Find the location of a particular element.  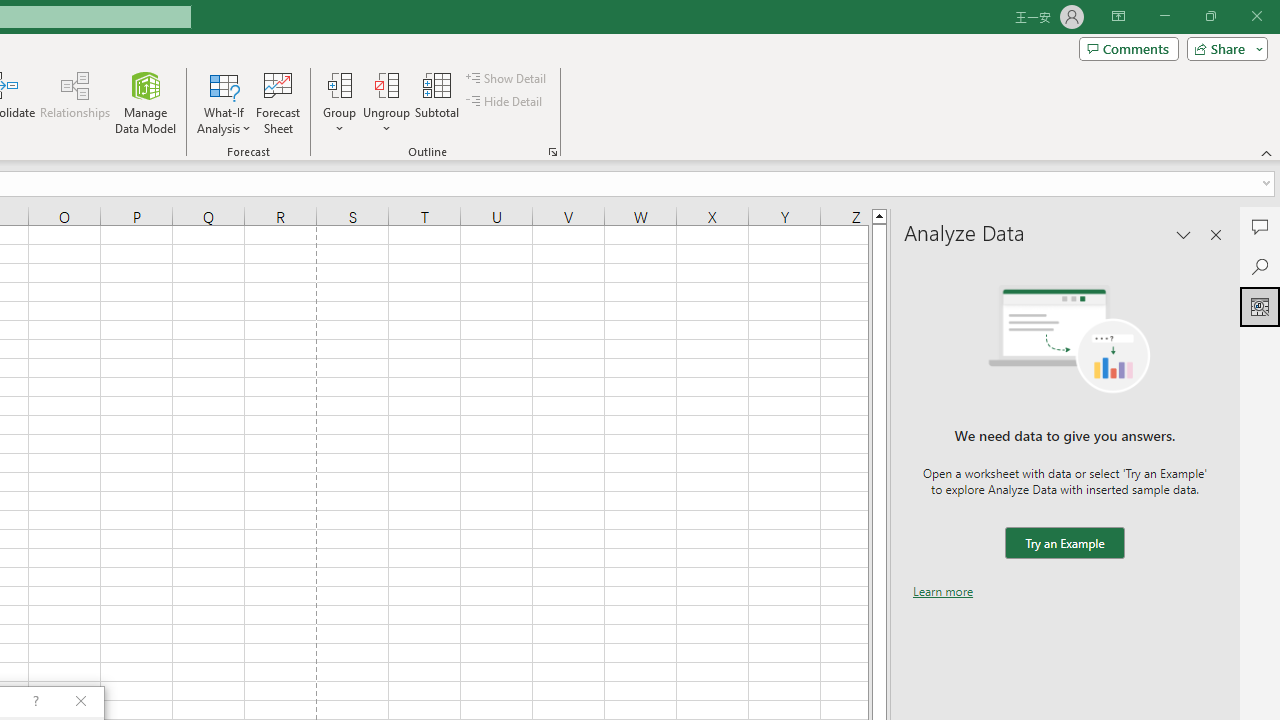

'Relationships' is located at coordinates (75, 103).